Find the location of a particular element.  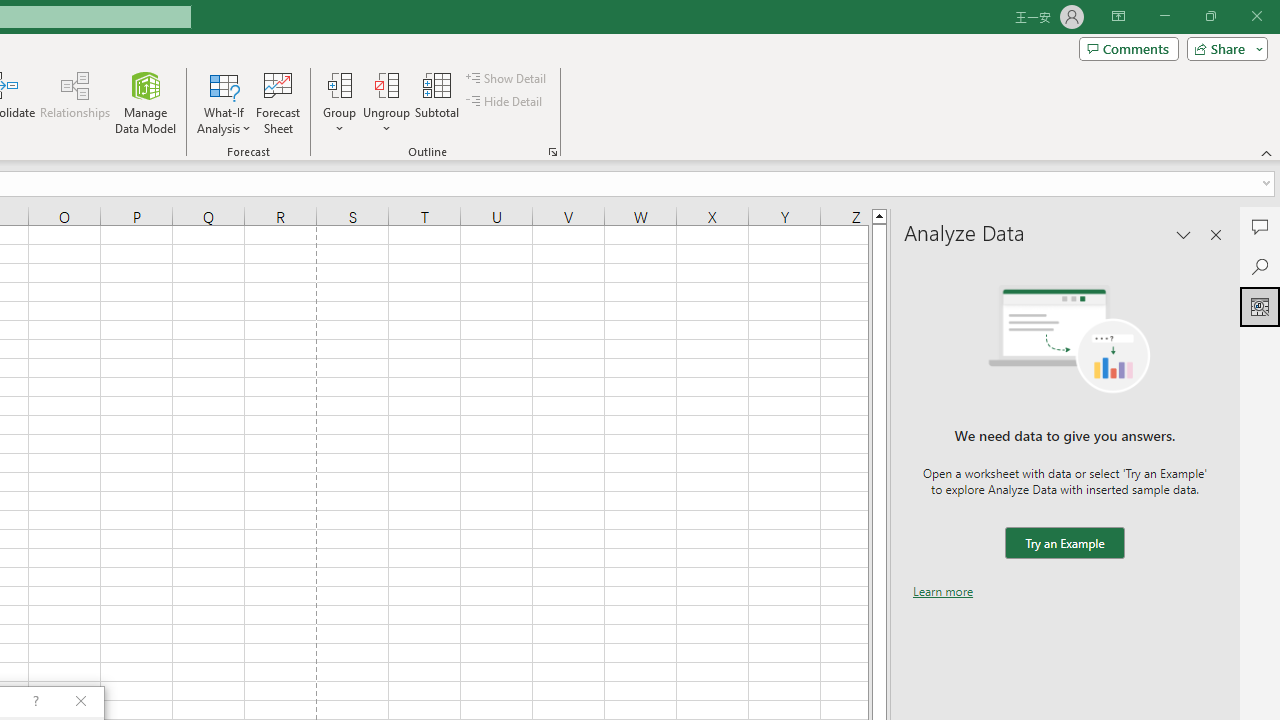

'Relationships' is located at coordinates (75, 103).